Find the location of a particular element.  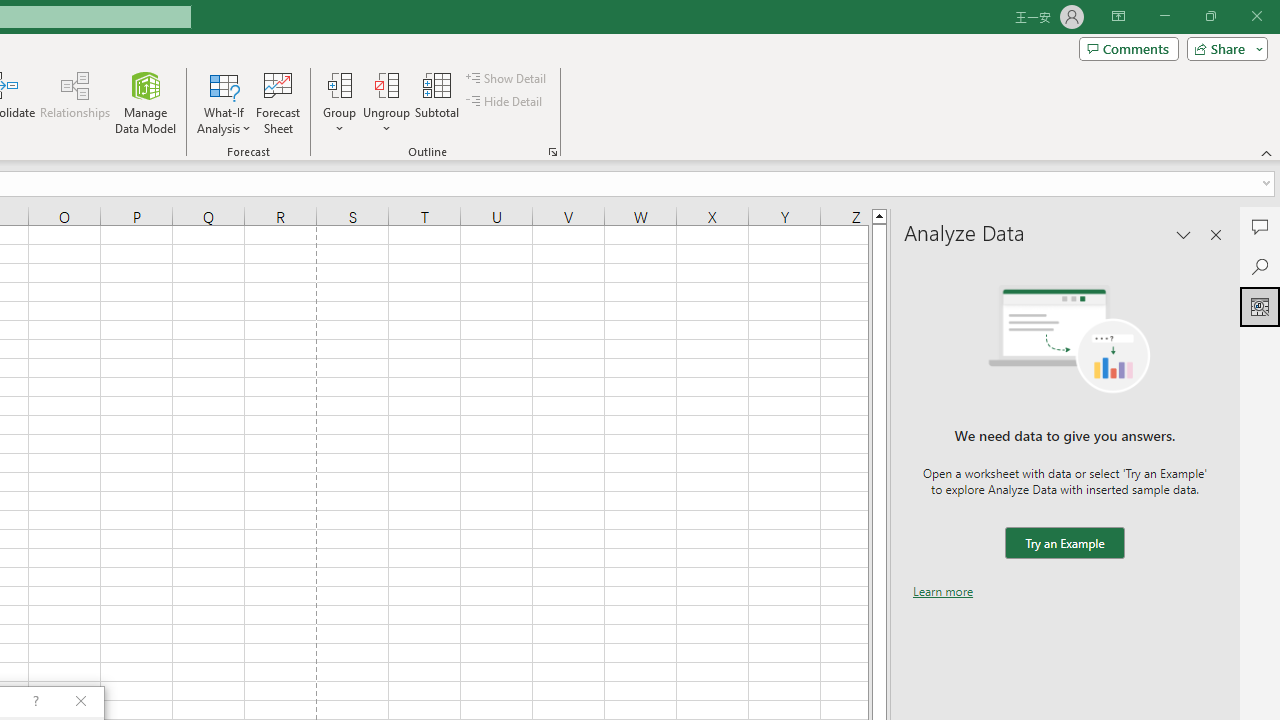

'Relationships' is located at coordinates (75, 103).